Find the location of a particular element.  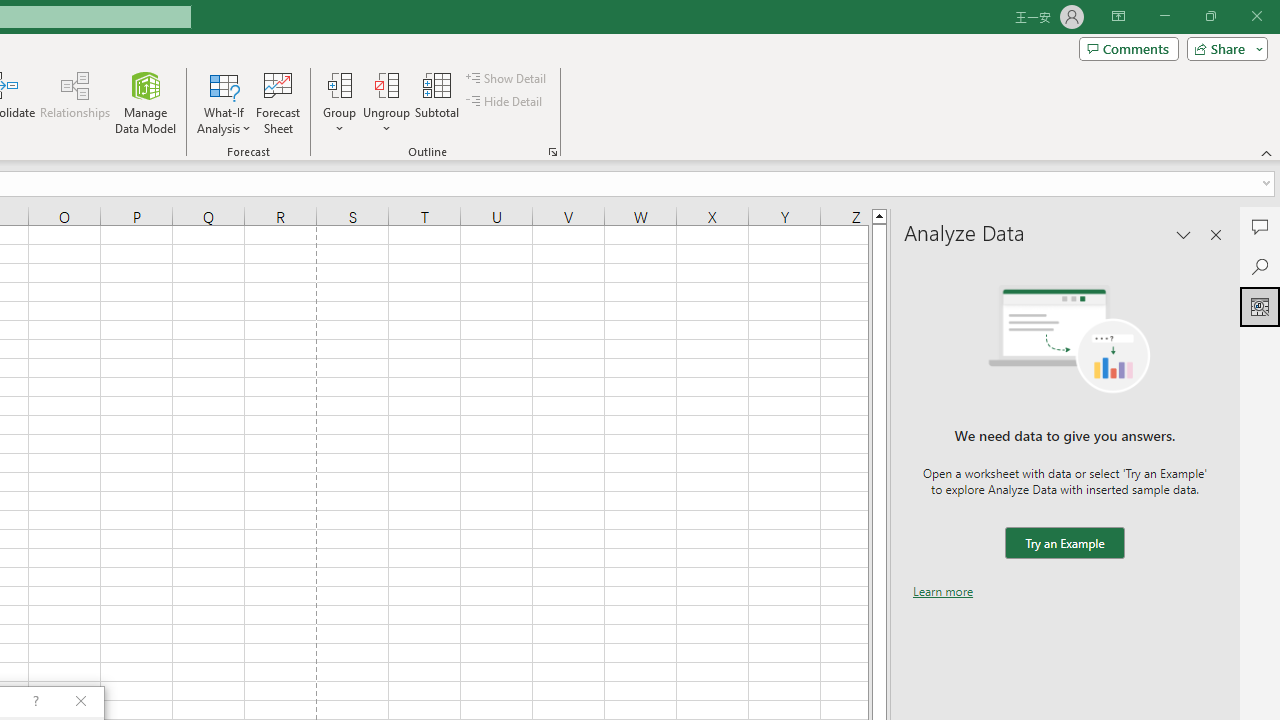

'Relationships' is located at coordinates (75, 103).